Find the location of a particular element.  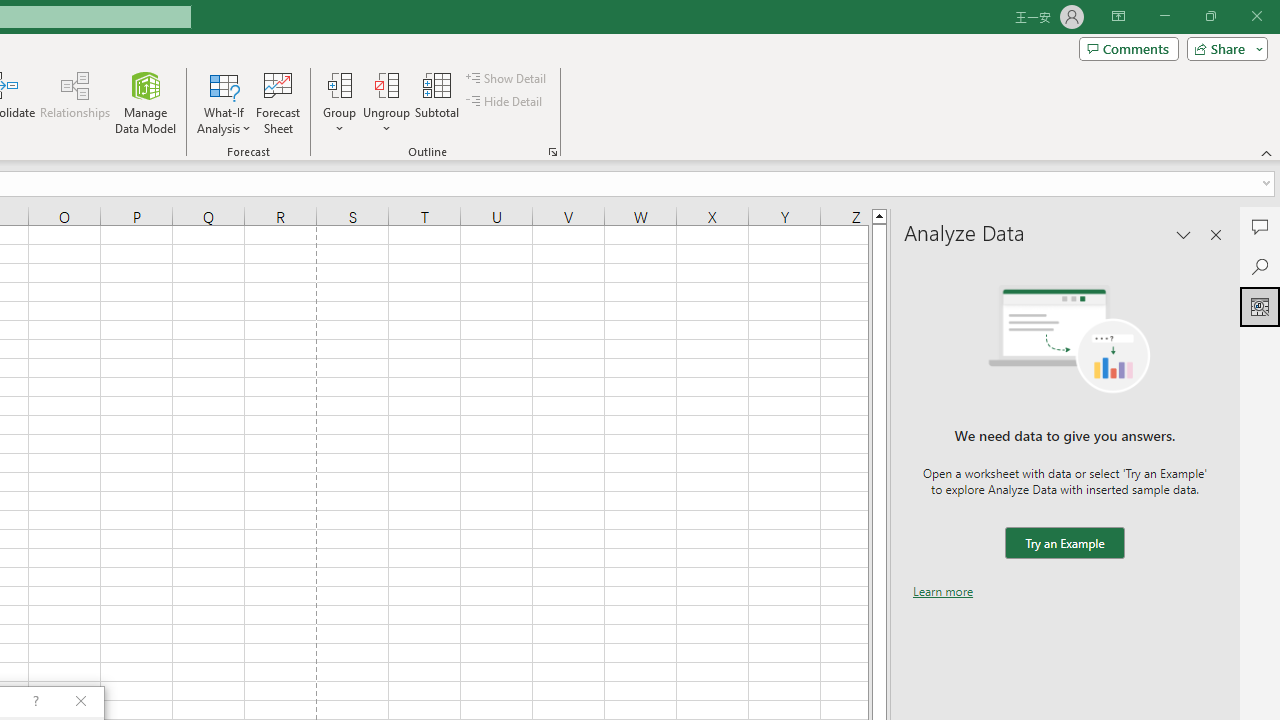

'Relationships' is located at coordinates (75, 103).